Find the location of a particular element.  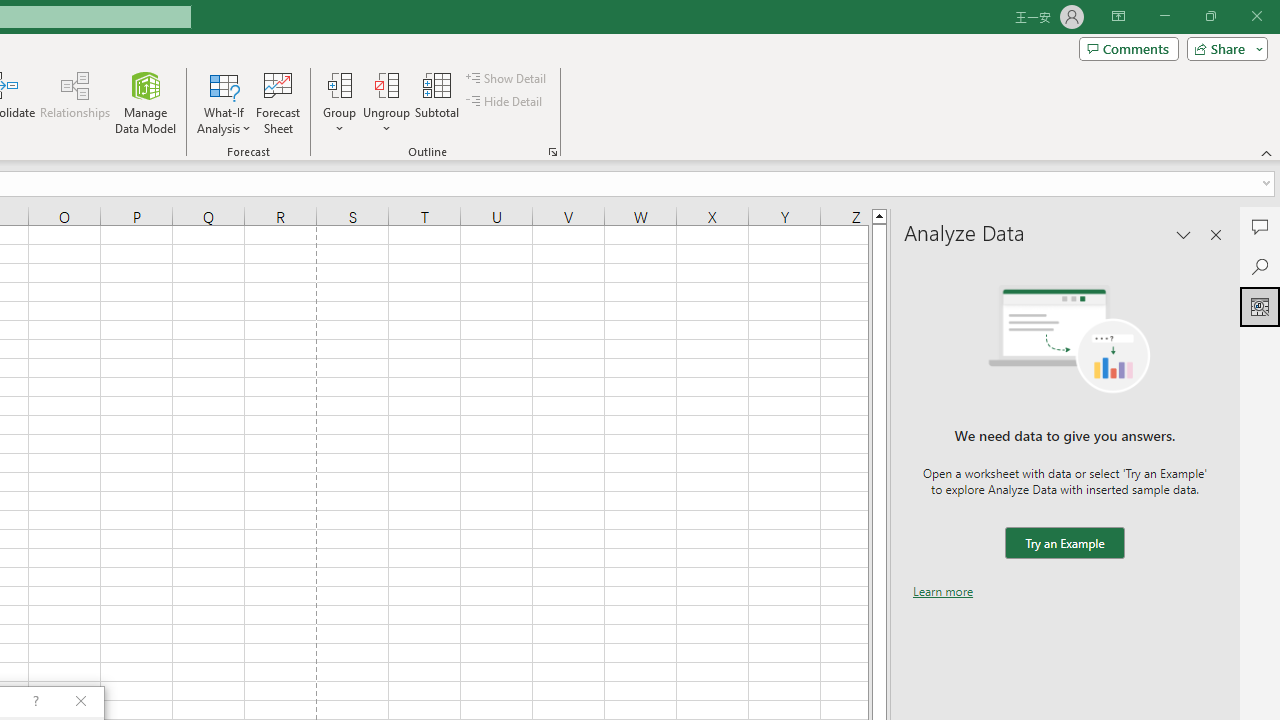

'Relationships' is located at coordinates (75, 103).